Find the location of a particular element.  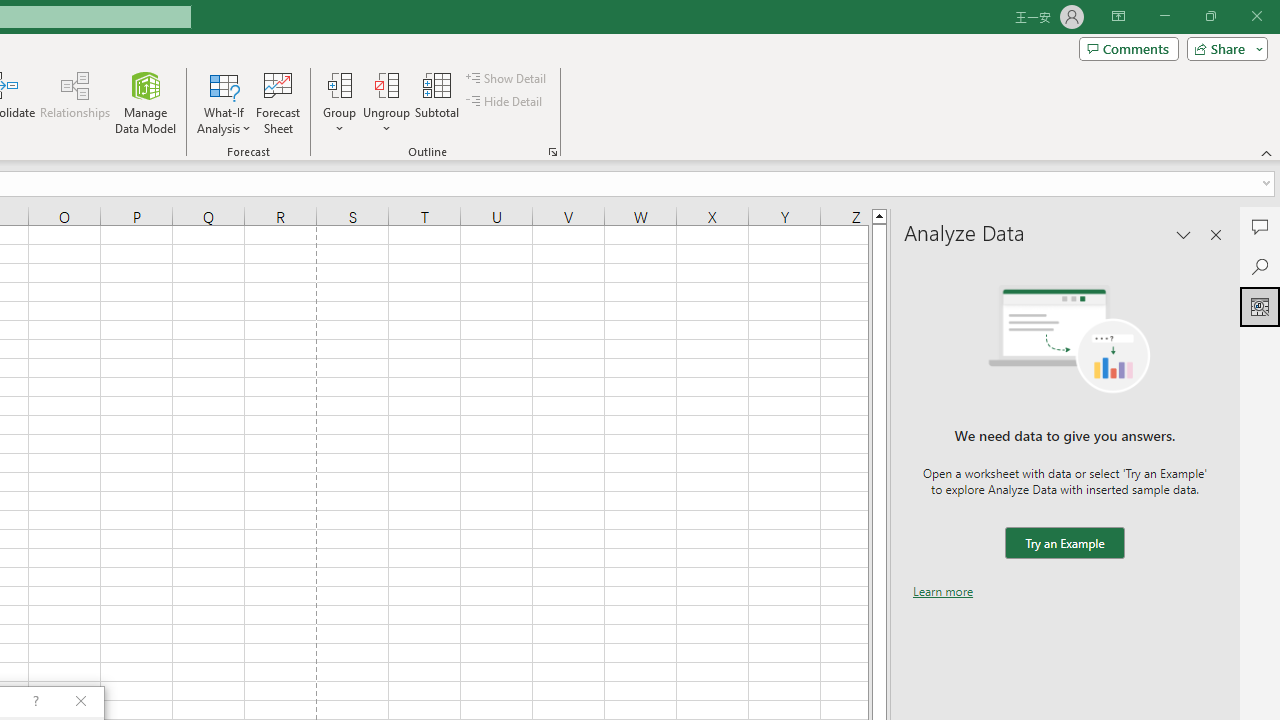

'Relationships' is located at coordinates (75, 103).